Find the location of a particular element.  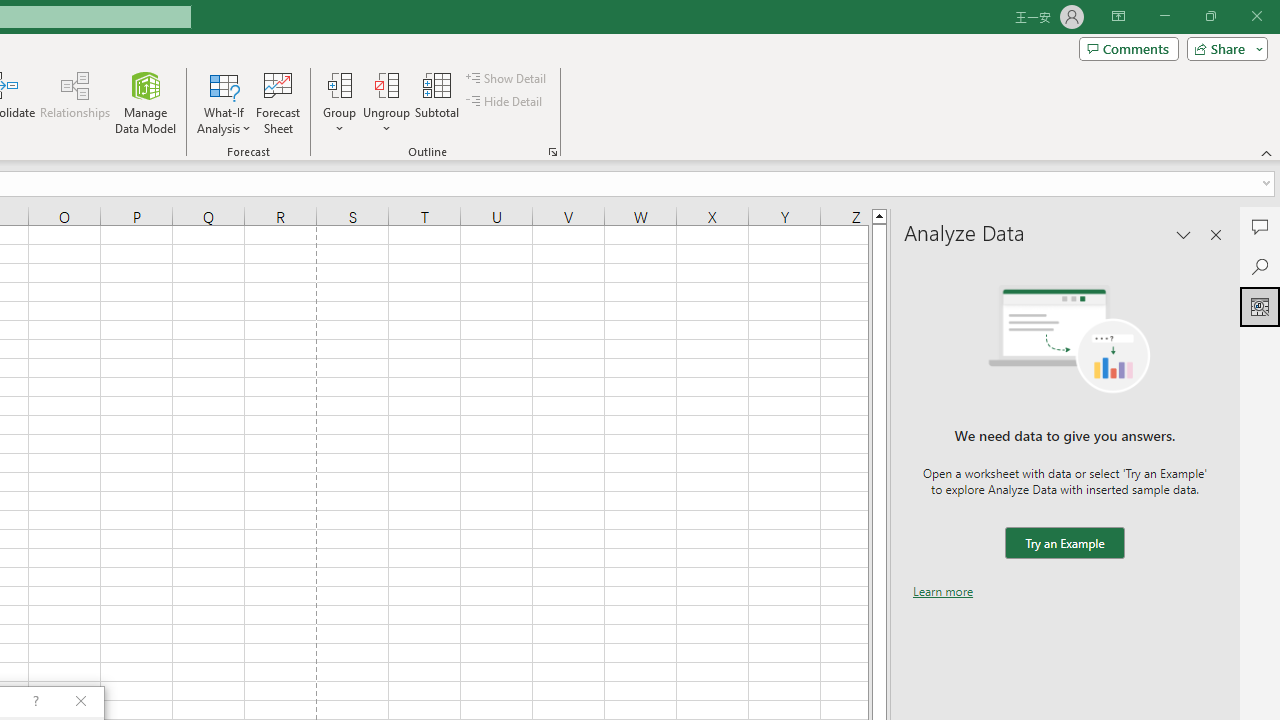

'Relationships' is located at coordinates (75, 103).